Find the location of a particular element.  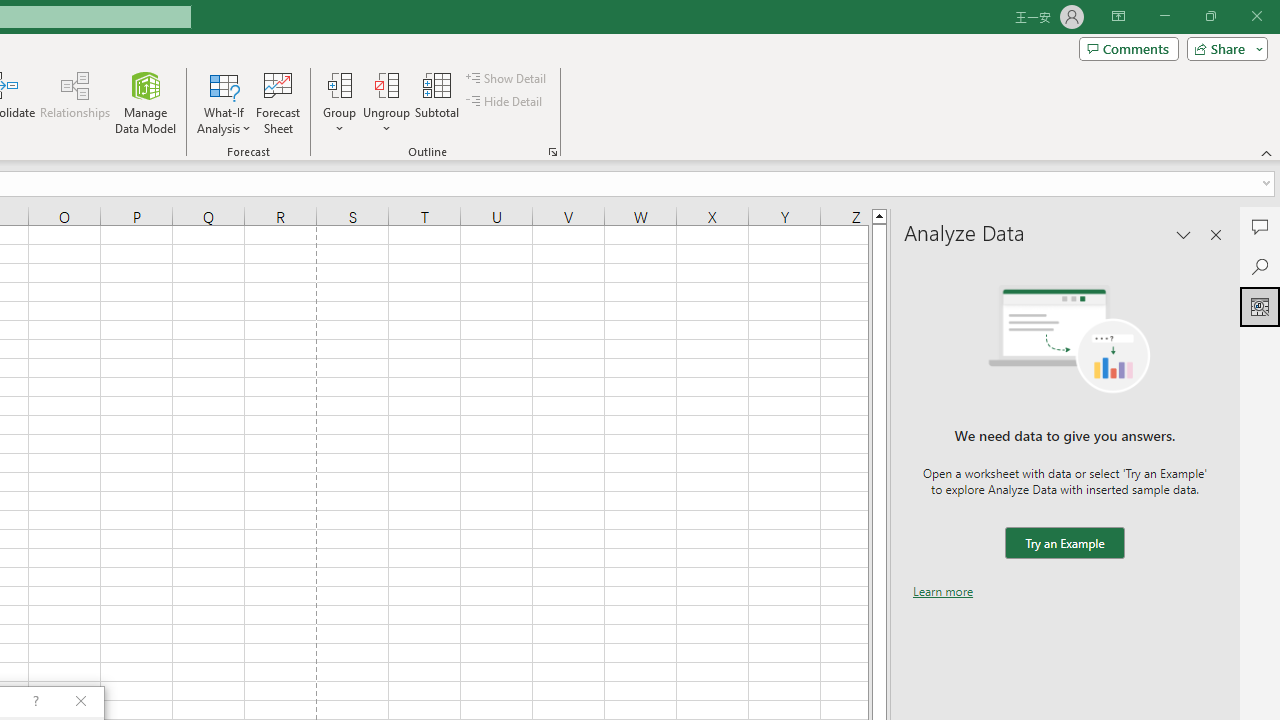

'Relationships' is located at coordinates (75, 103).